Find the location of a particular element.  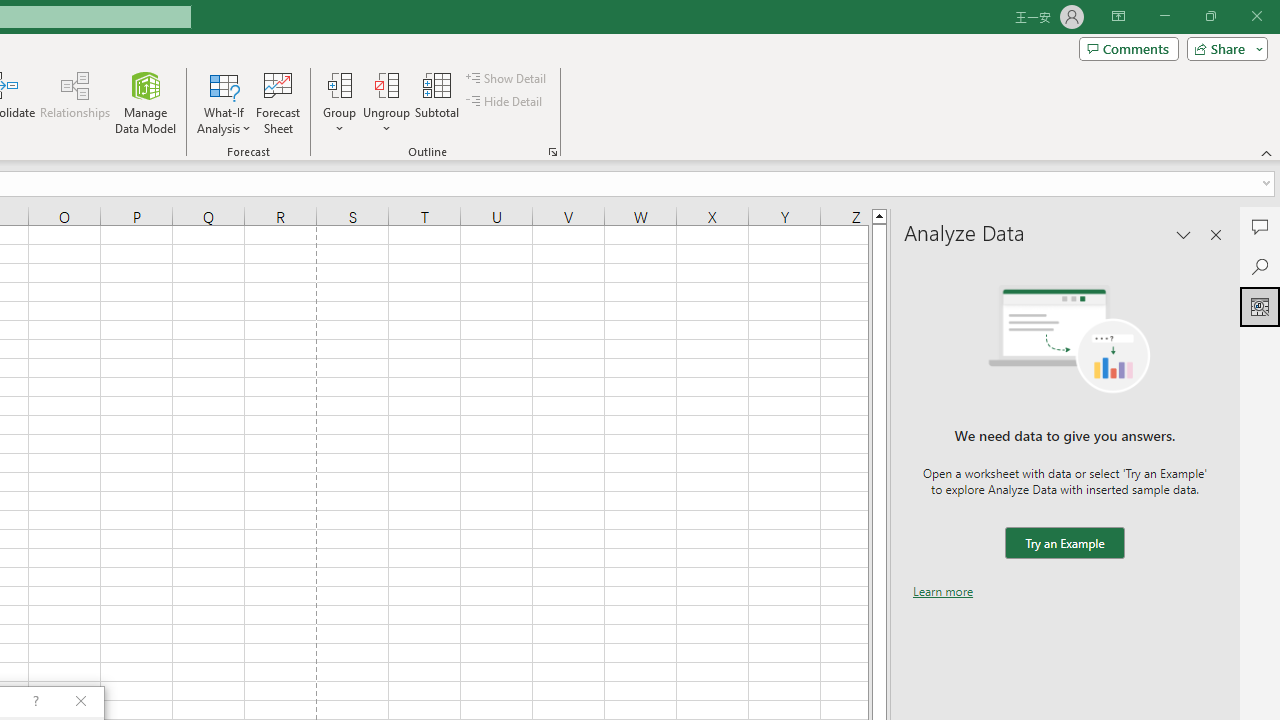

'Relationships' is located at coordinates (75, 103).